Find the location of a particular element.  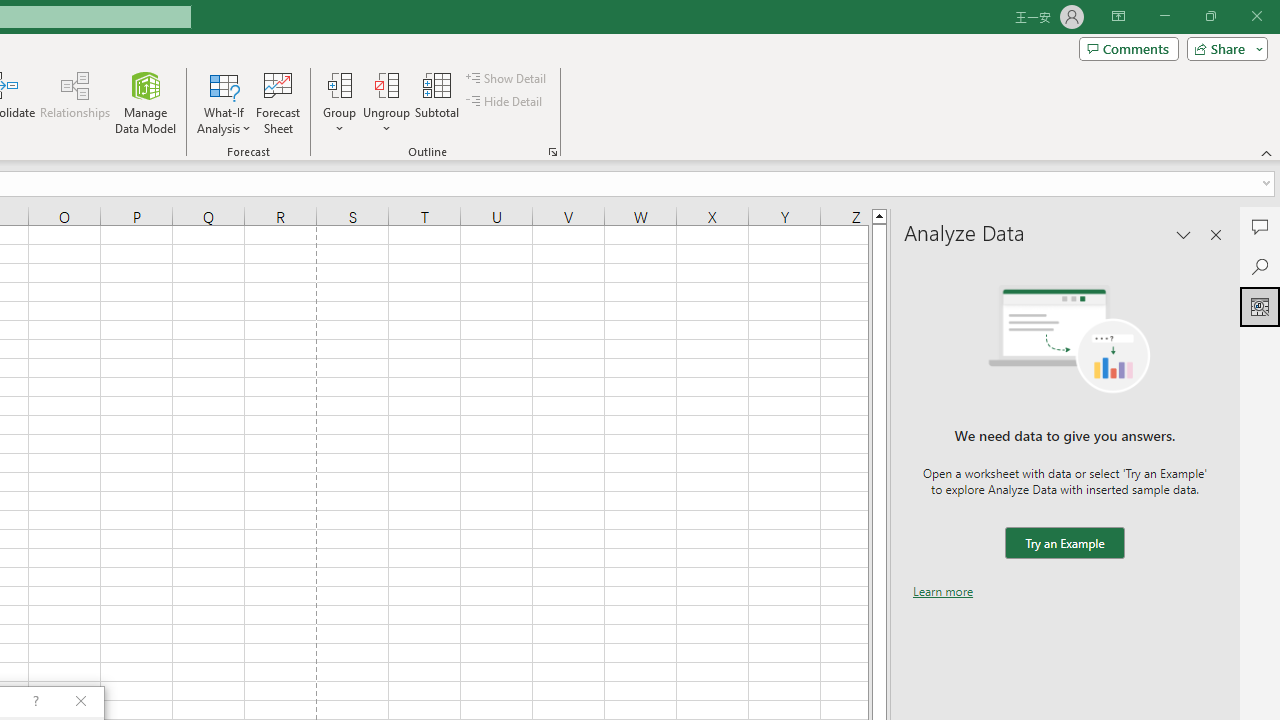

'Relationships' is located at coordinates (75, 103).